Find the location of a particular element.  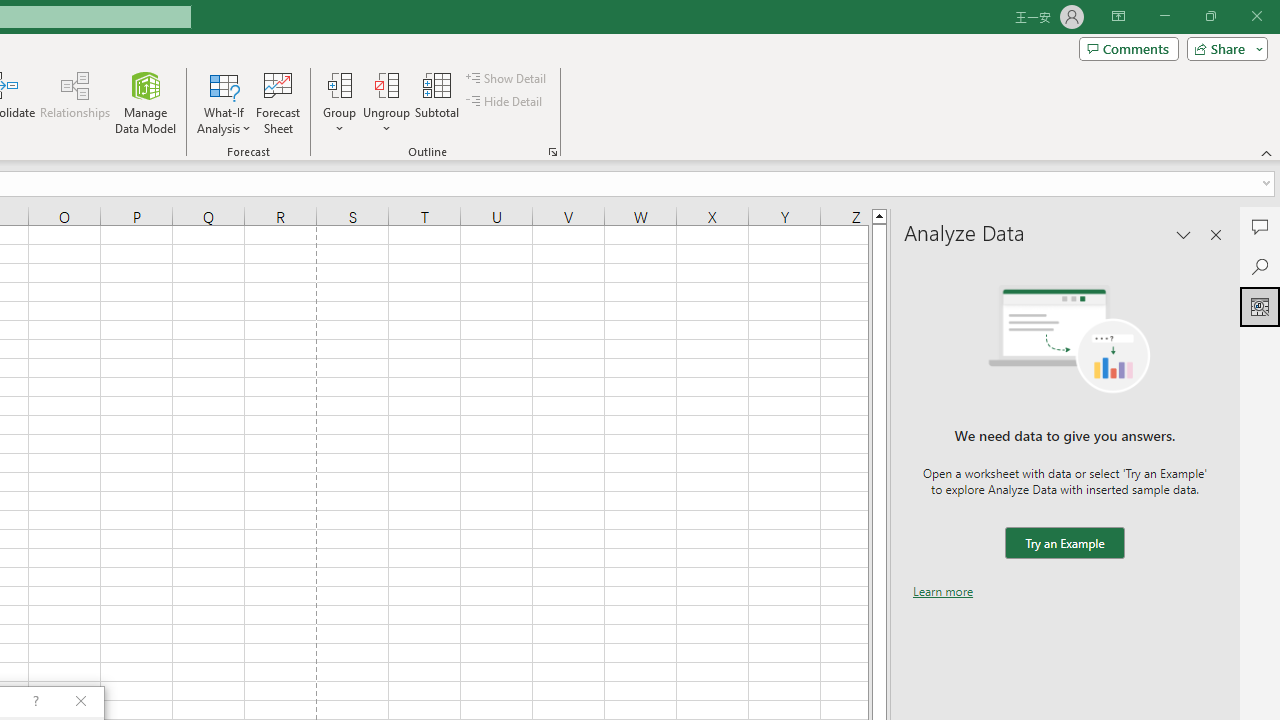

'Relationships' is located at coordinates (75, 103).